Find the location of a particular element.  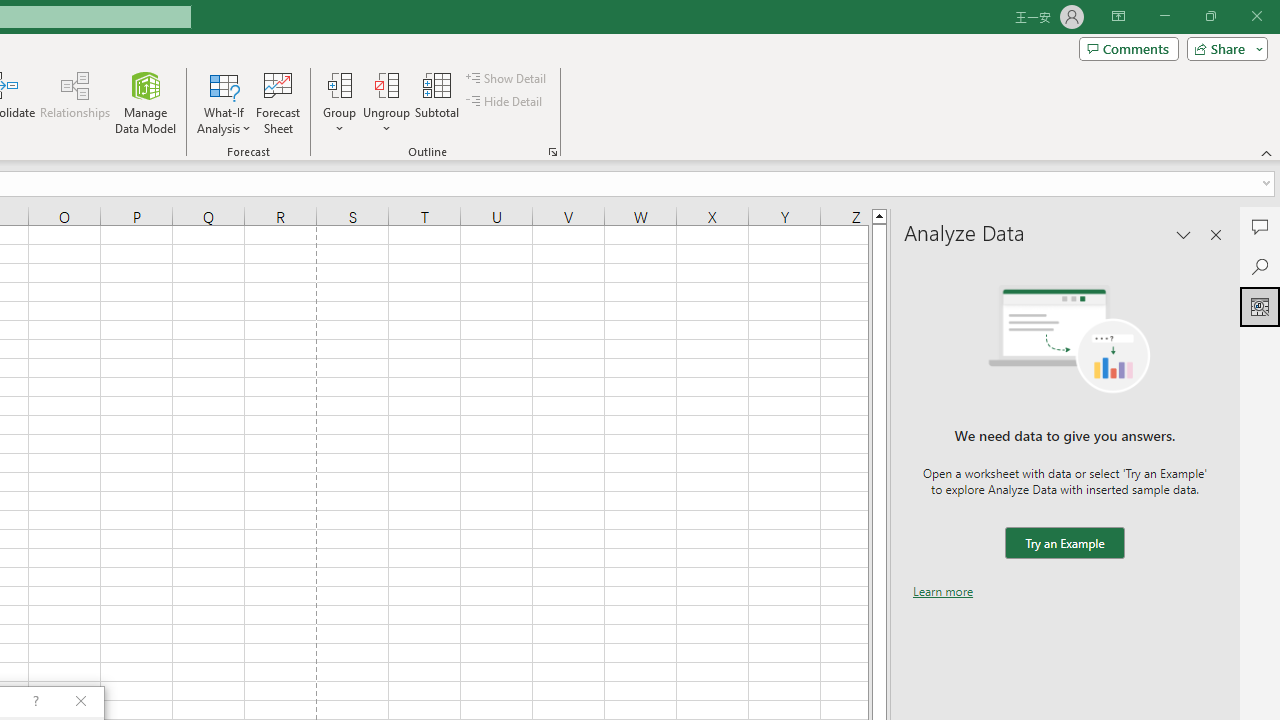

'Relationships' is located at coordinates (75, 103).